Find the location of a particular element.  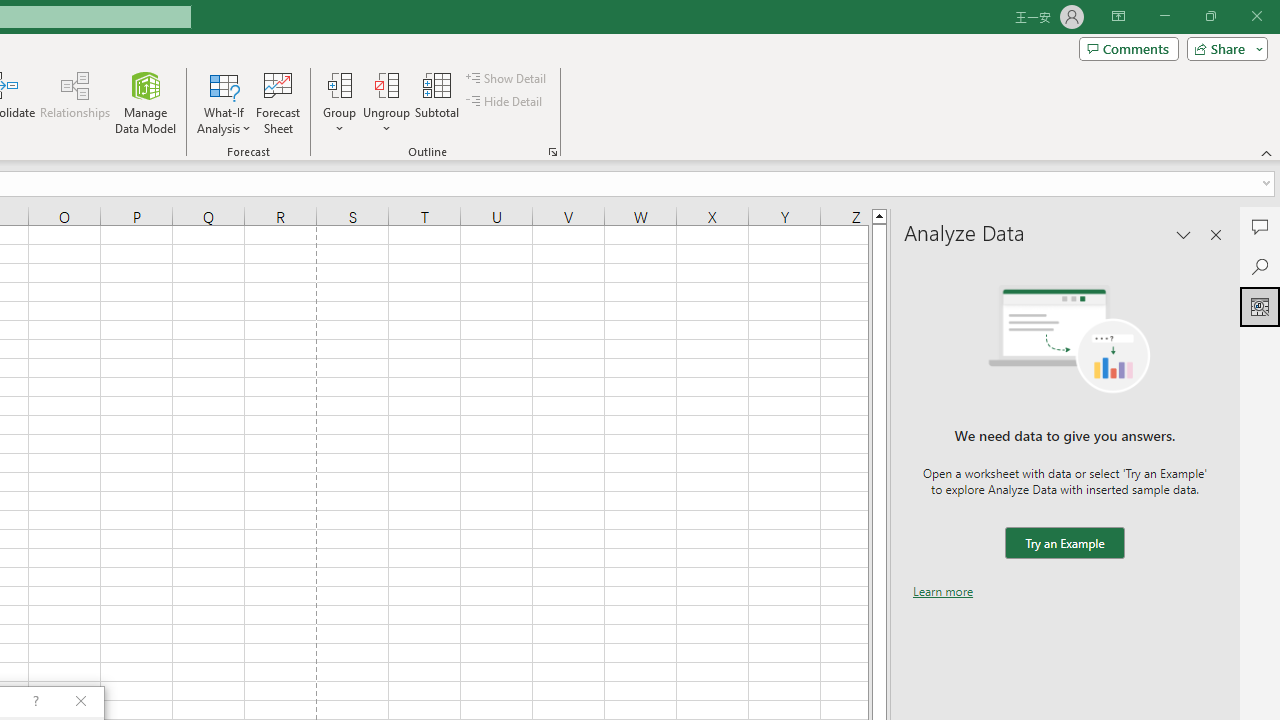

'Relationships' is located at coordinates (75, 103).